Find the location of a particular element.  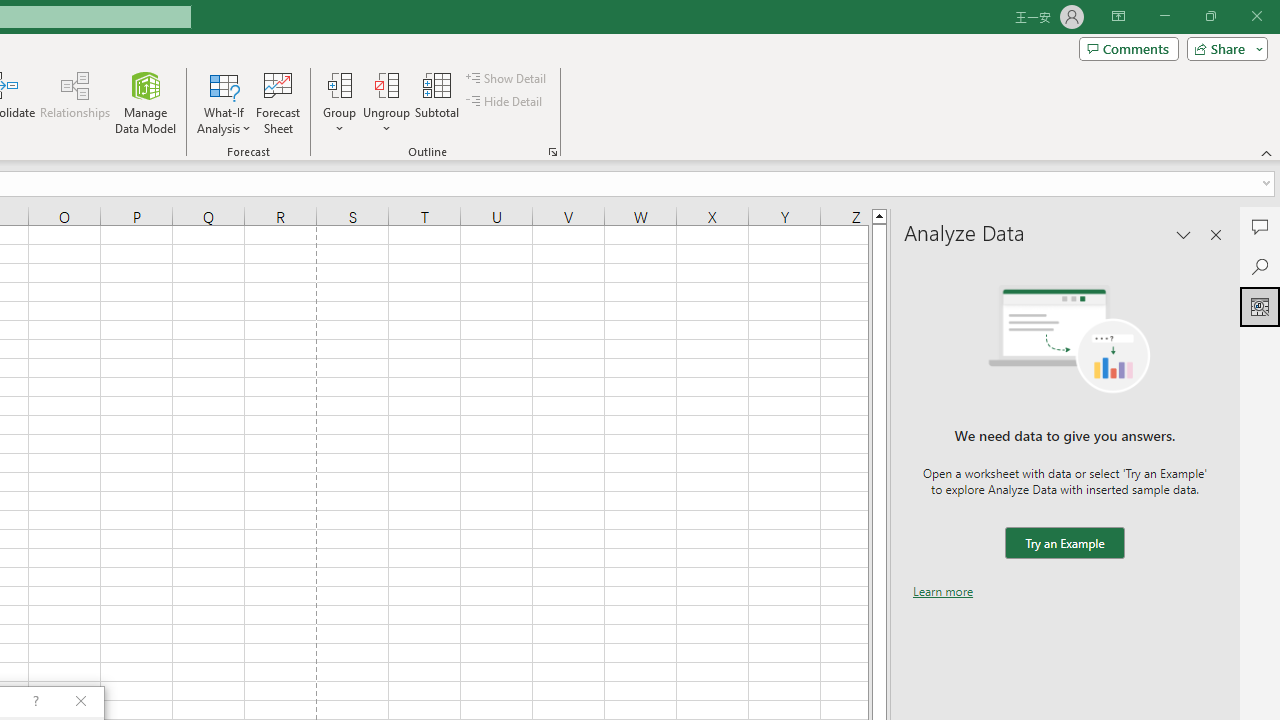

'Relationships' is located at coordinates (75, 103).